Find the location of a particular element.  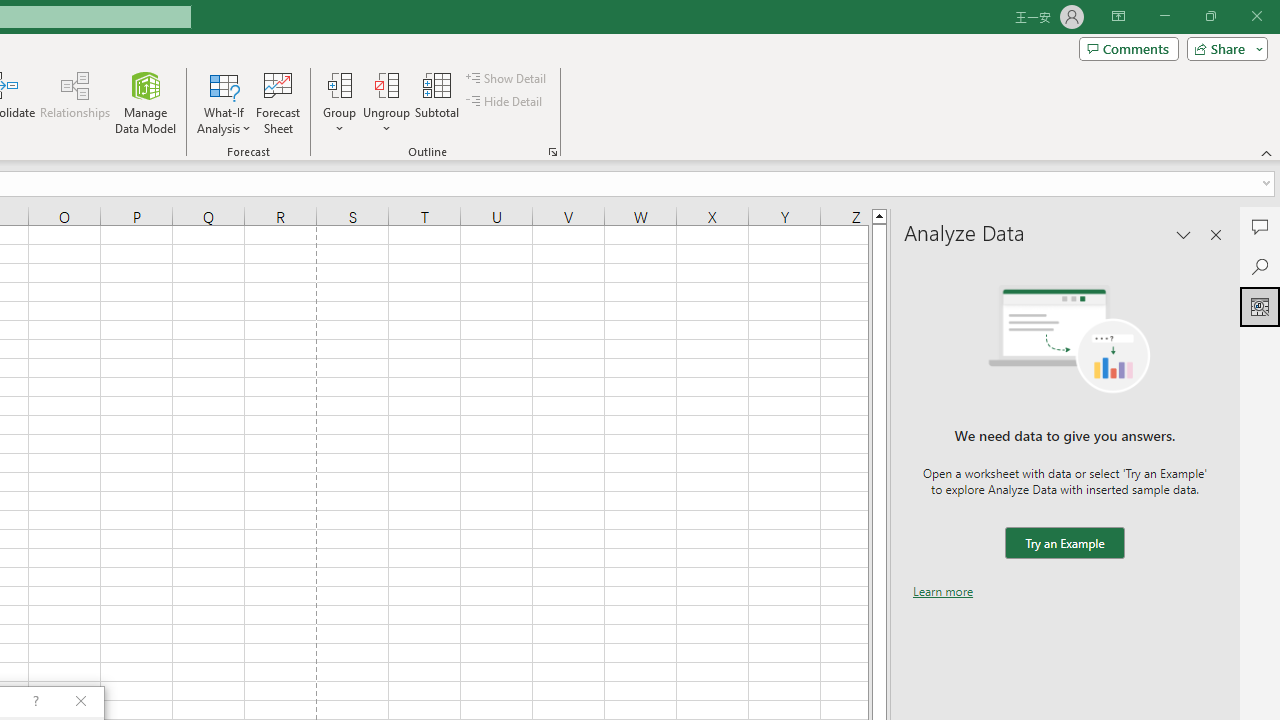

'Relationships' is located at coordinates (75, 103).